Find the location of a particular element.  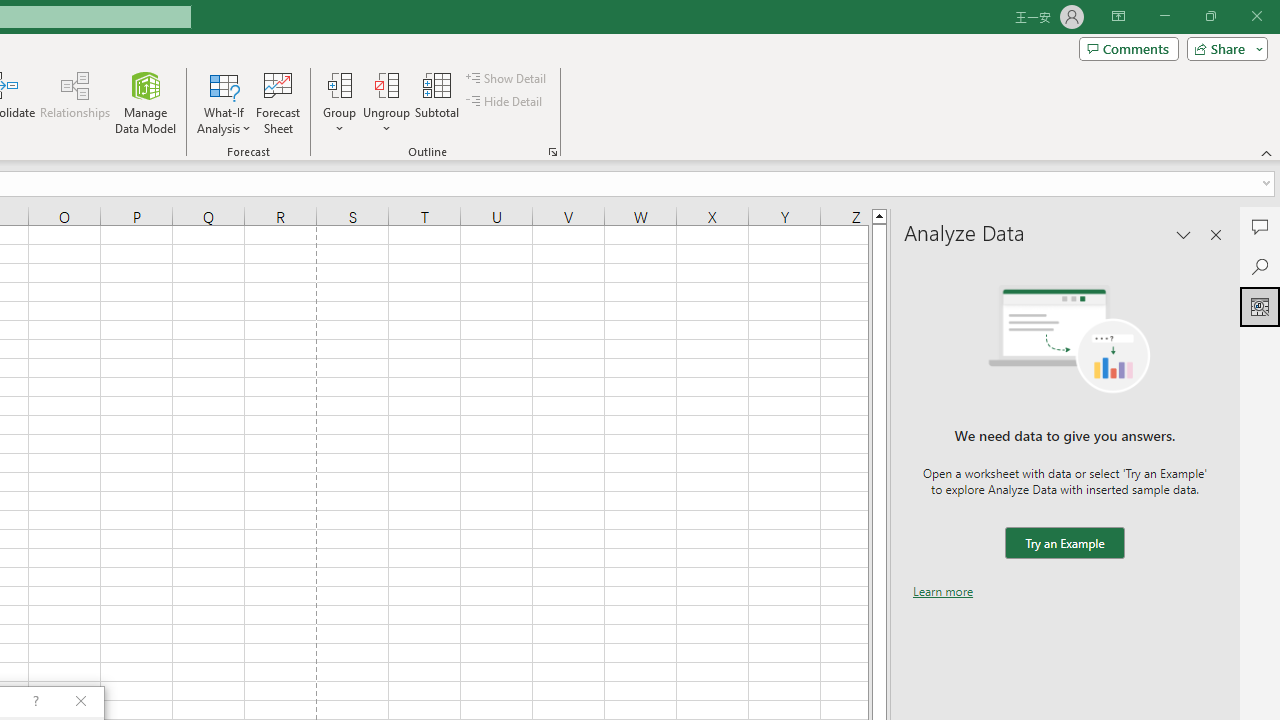

'Relationships' is located at coordinates (75, 103).